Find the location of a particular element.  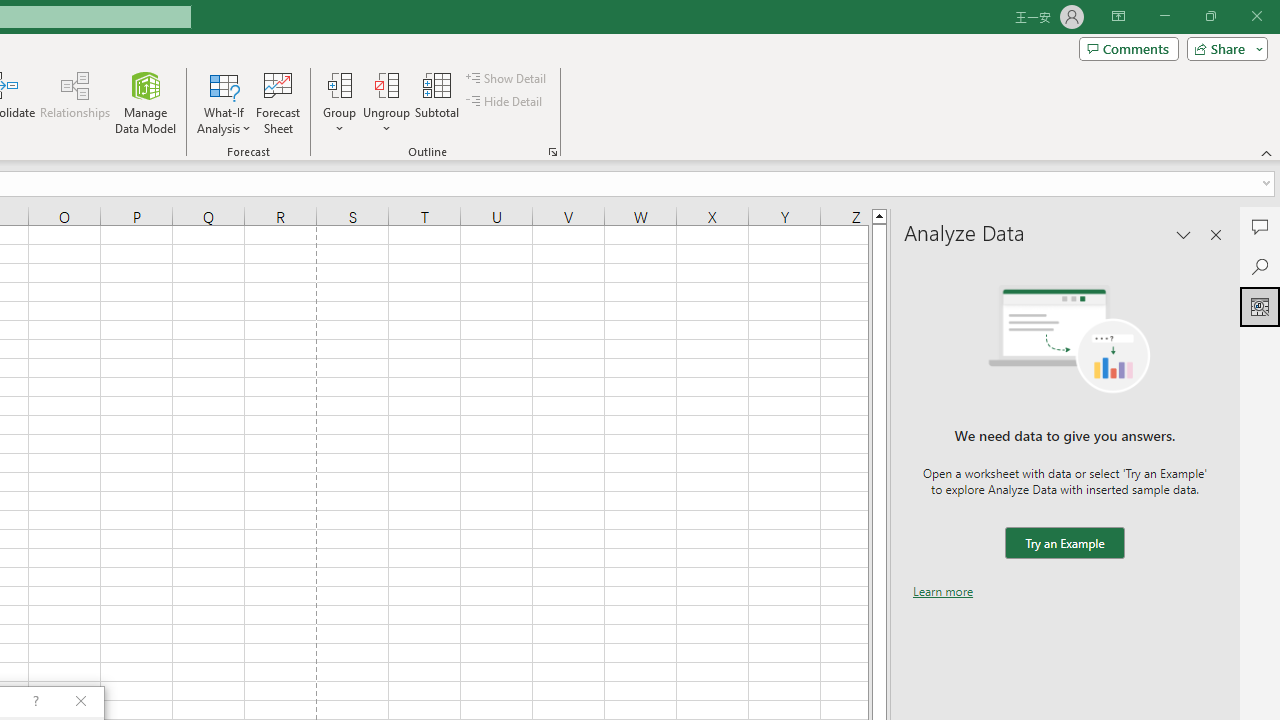

'Relationships' is located at coordinates (75, 103).